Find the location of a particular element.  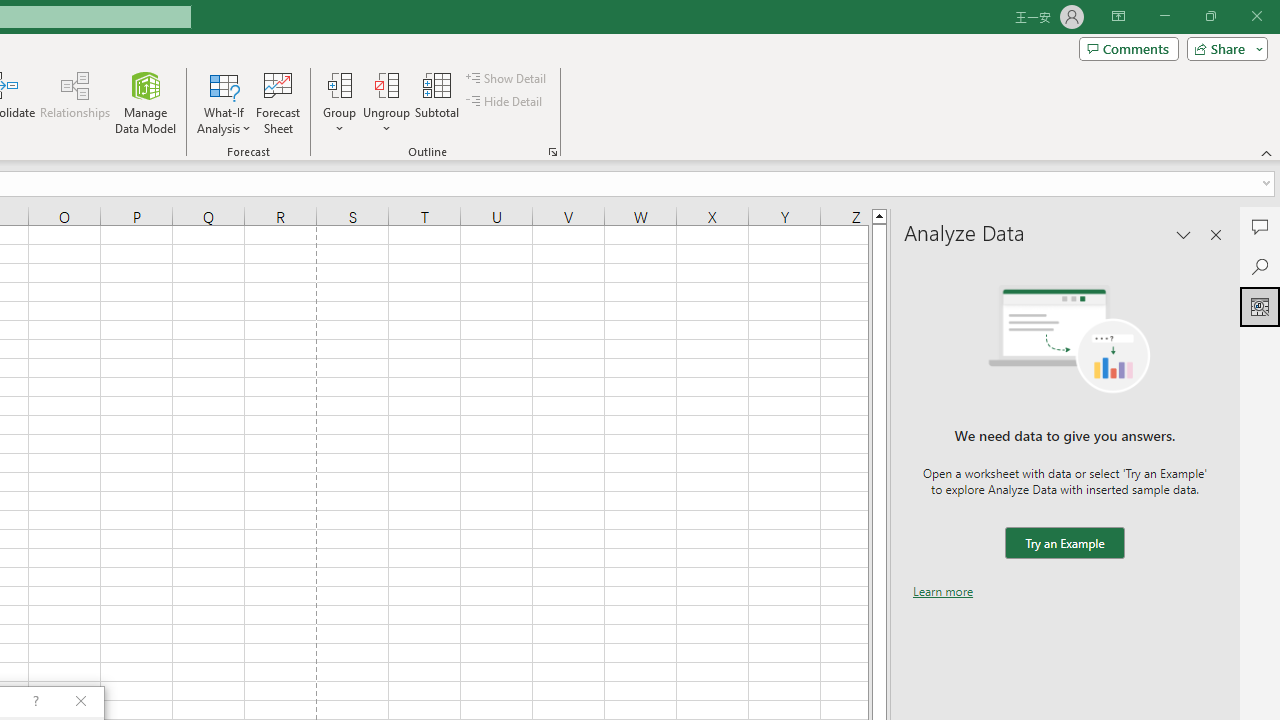

'Relationships' is located at coordinates (75, 103).